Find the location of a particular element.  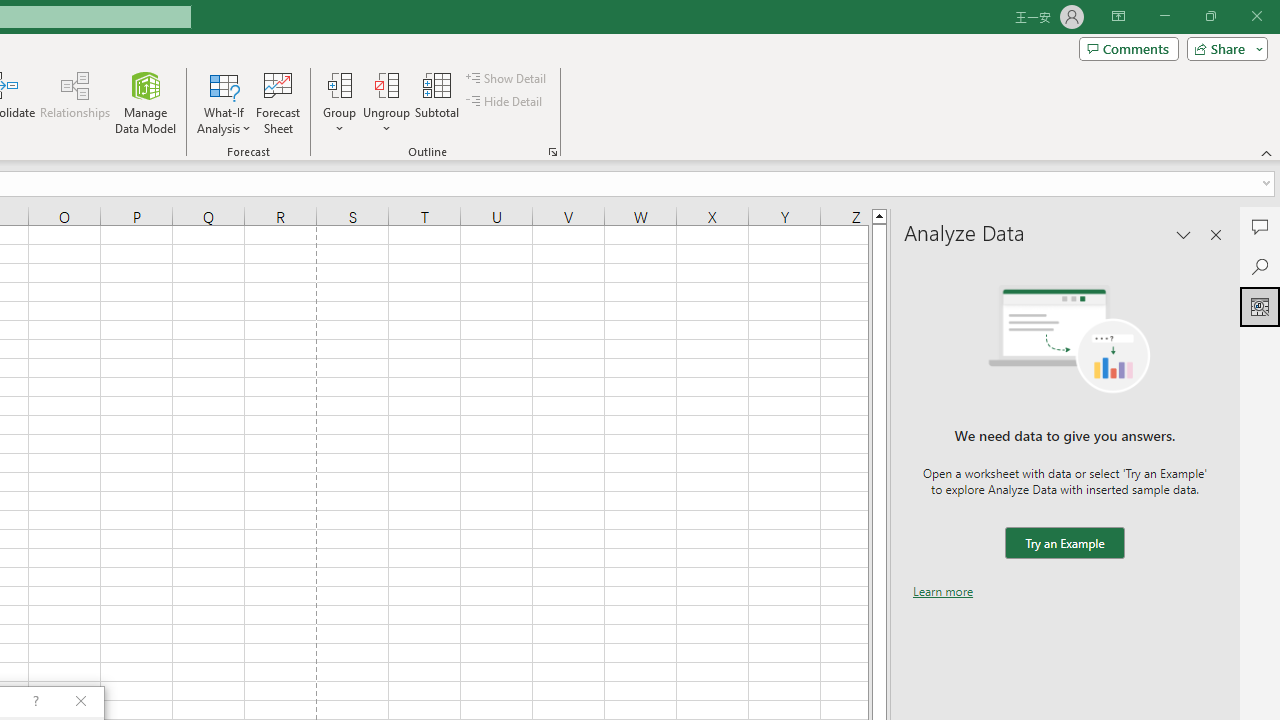

'Relationships' is located at coordinates (75, 103).